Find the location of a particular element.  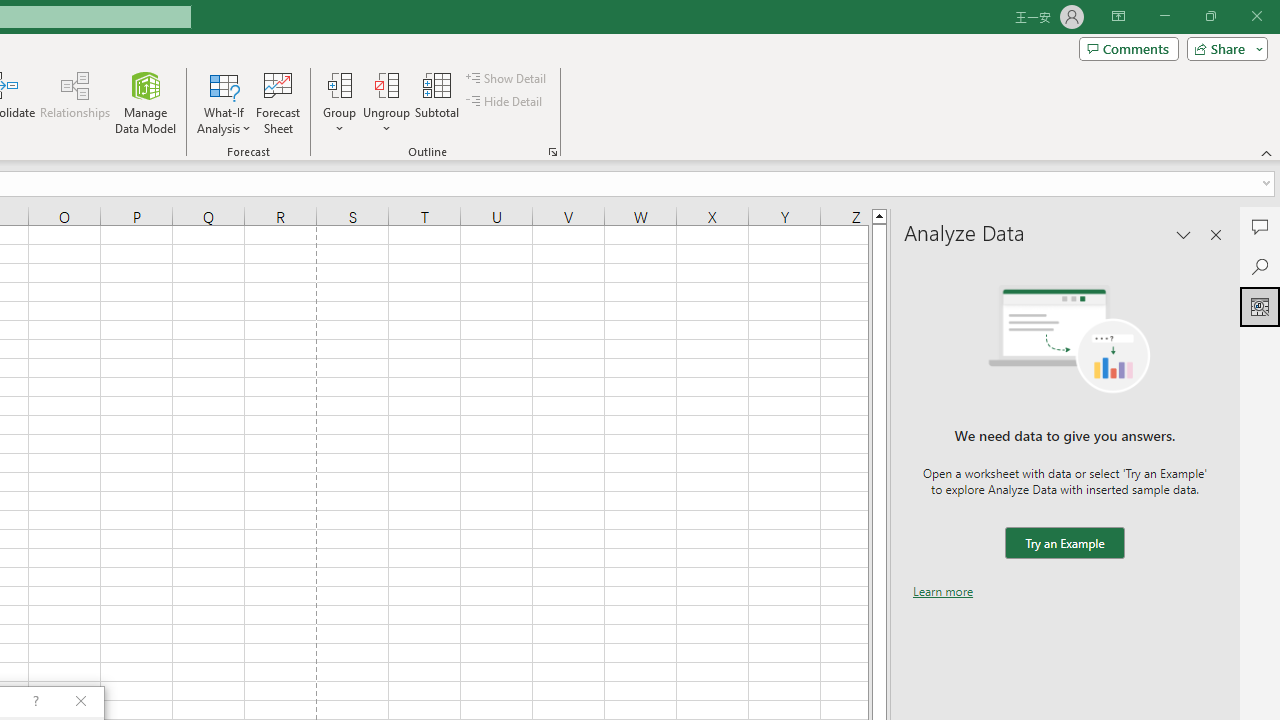

'Relationships' is located at coordinates (75, 103).